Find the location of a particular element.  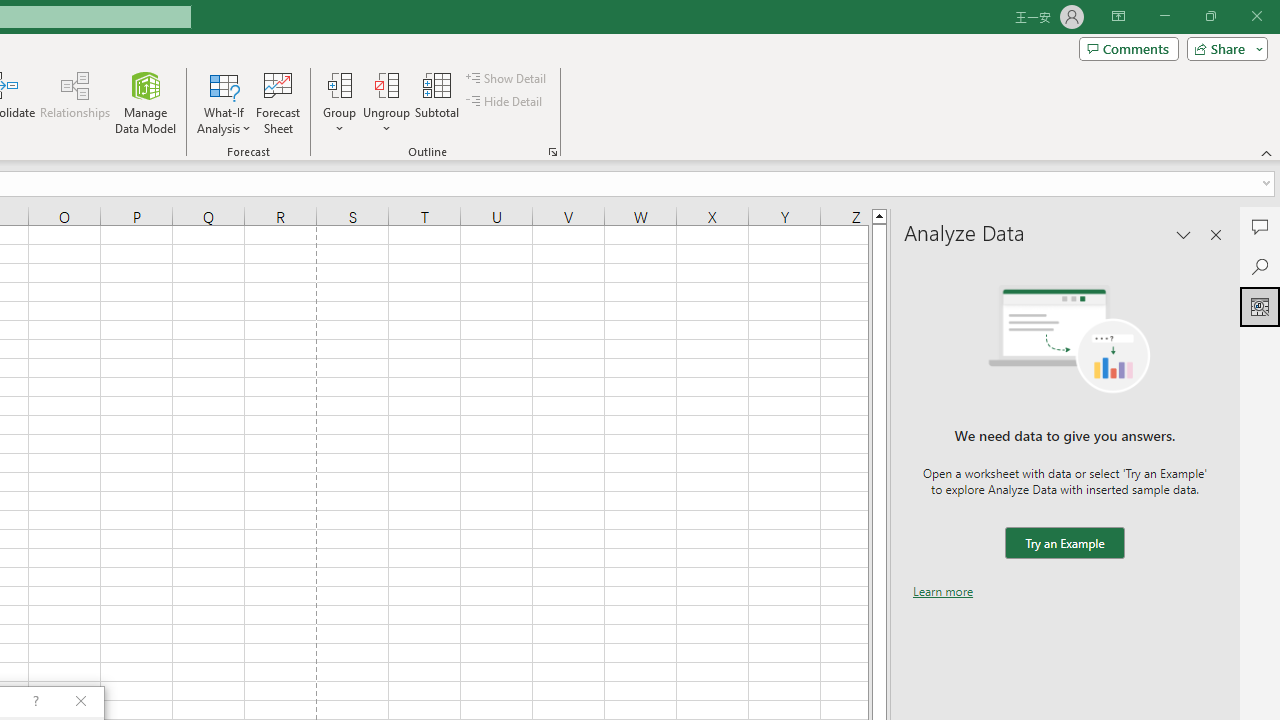

'Relationships' is located at coordinates (75, 103).